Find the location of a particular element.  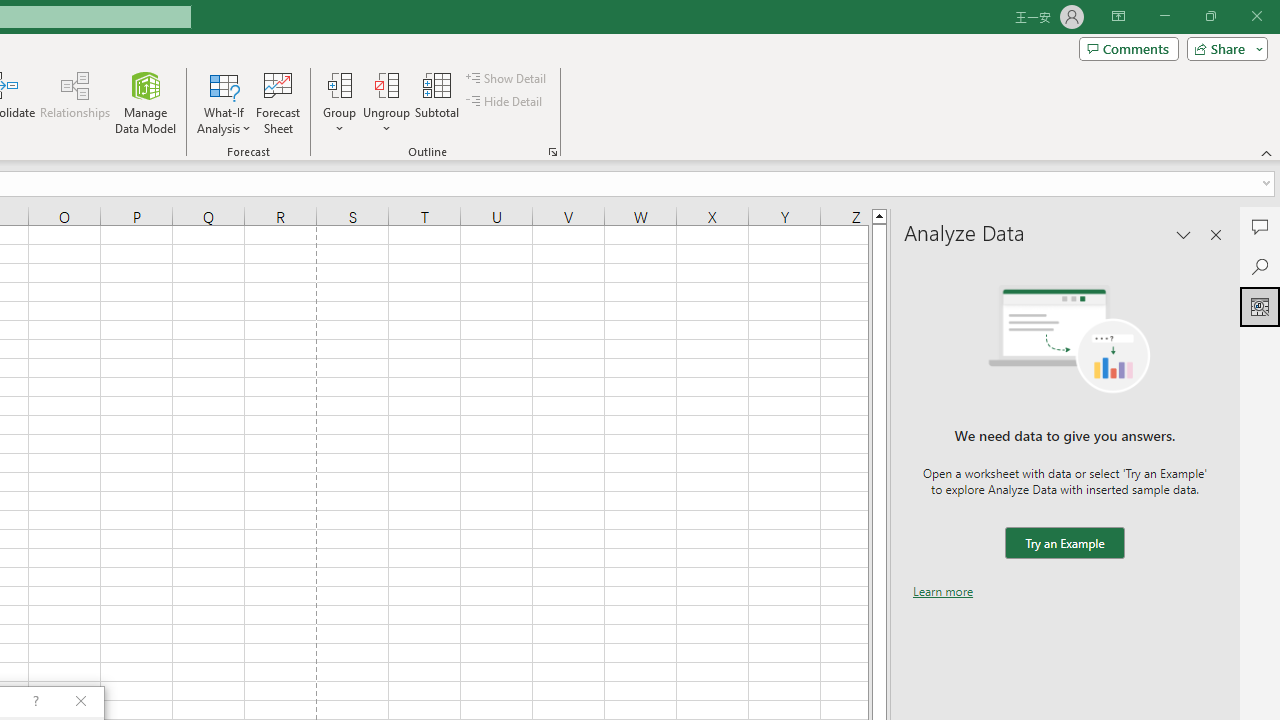

'Relationships' is located at coordinates (75, 103).